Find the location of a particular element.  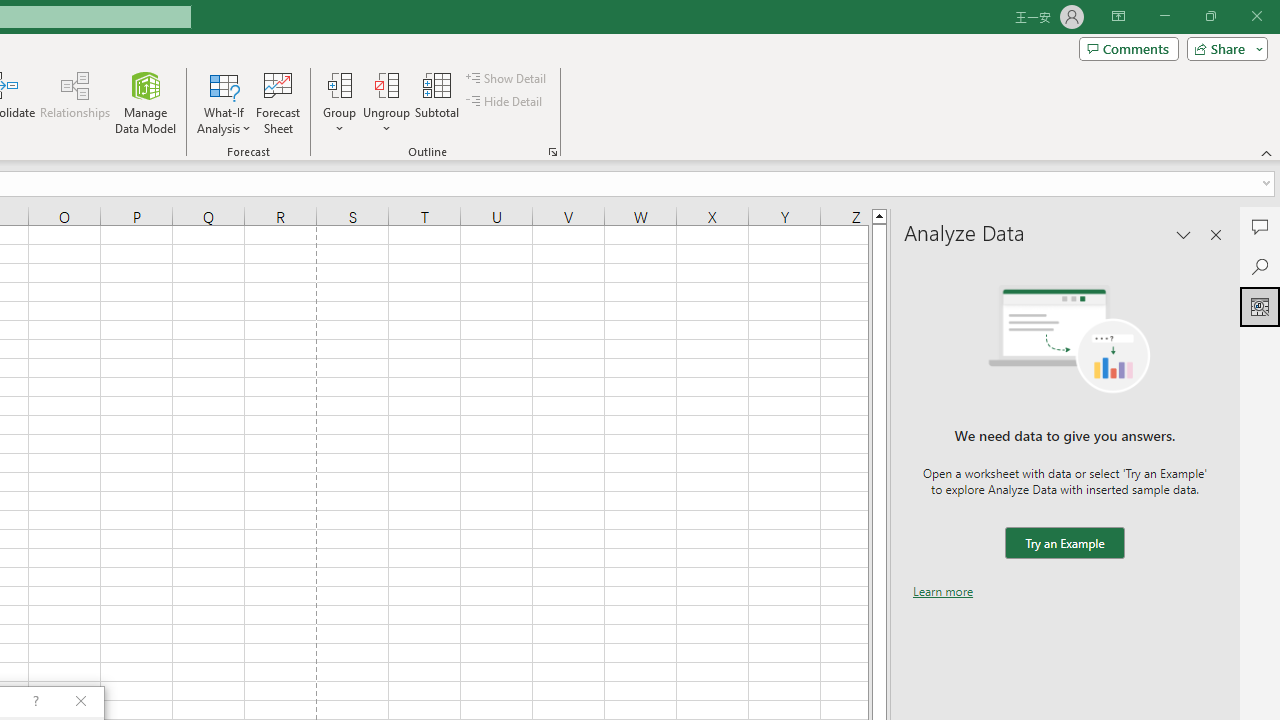

'Relationships' is located at coordinates (75, 103).